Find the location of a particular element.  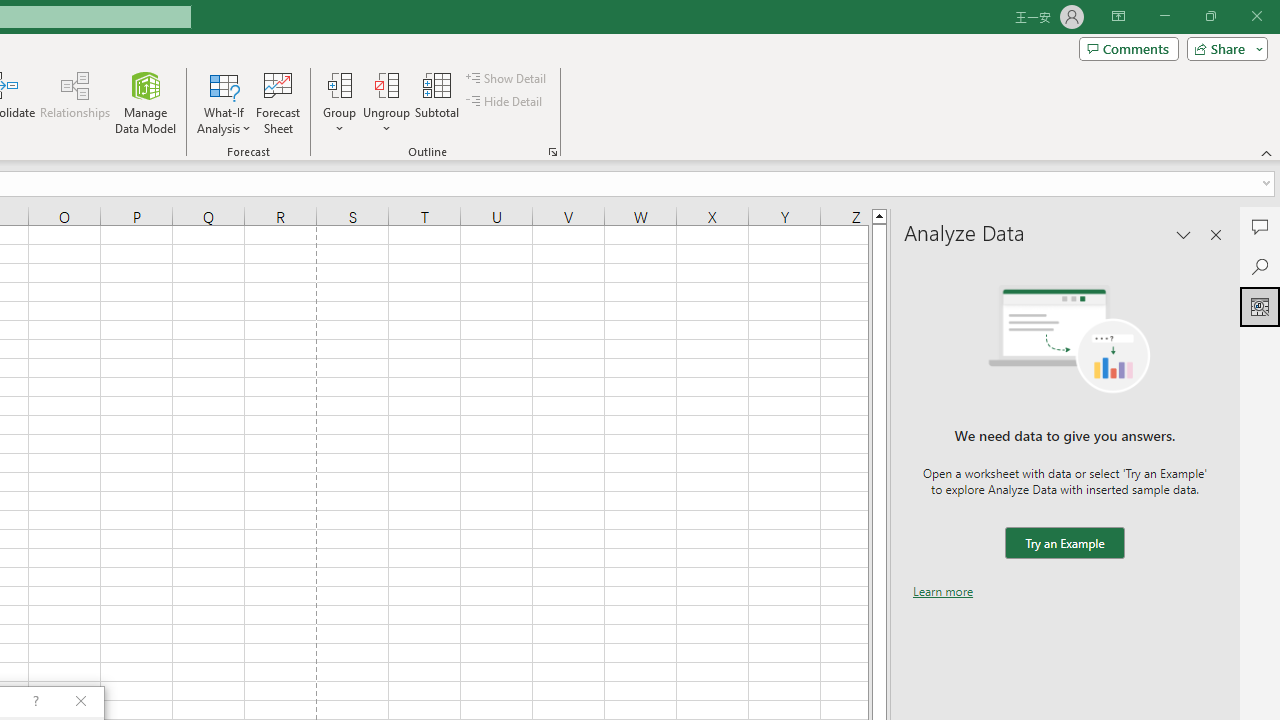

'Relationships' is located at coordinates (75, 103).